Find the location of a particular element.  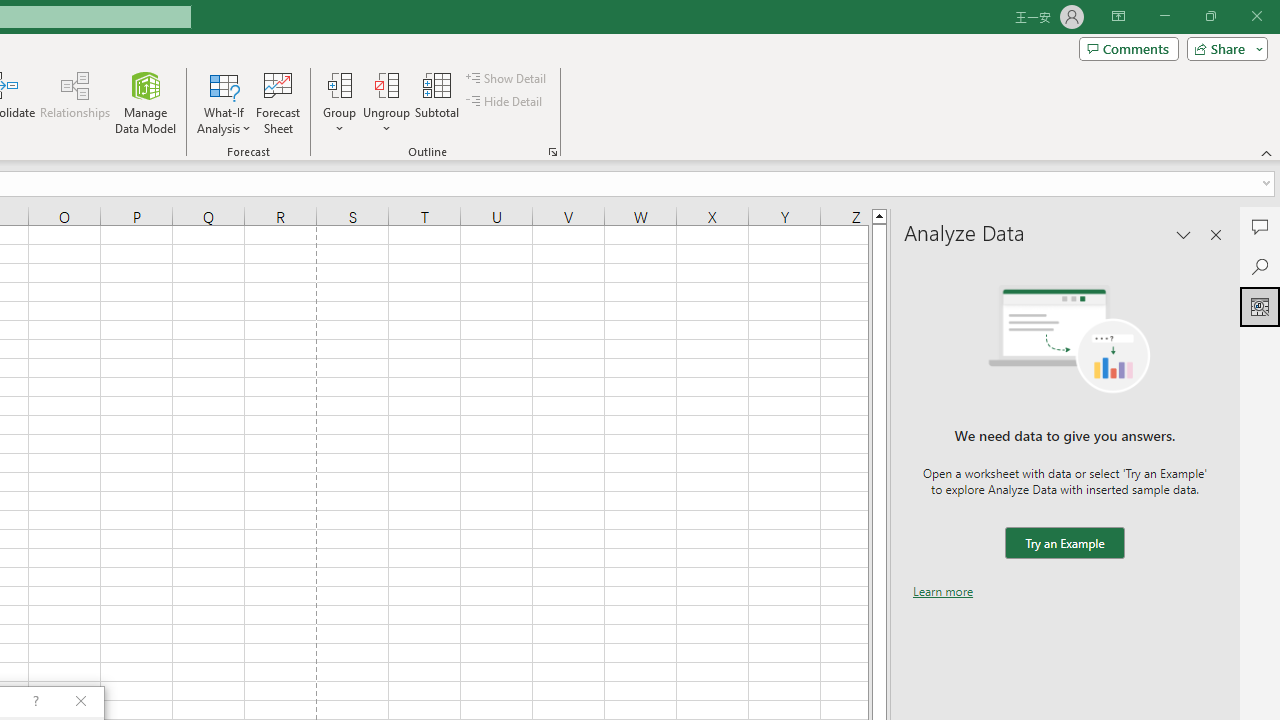

'Relationships' is located at coordinates (75, 103).